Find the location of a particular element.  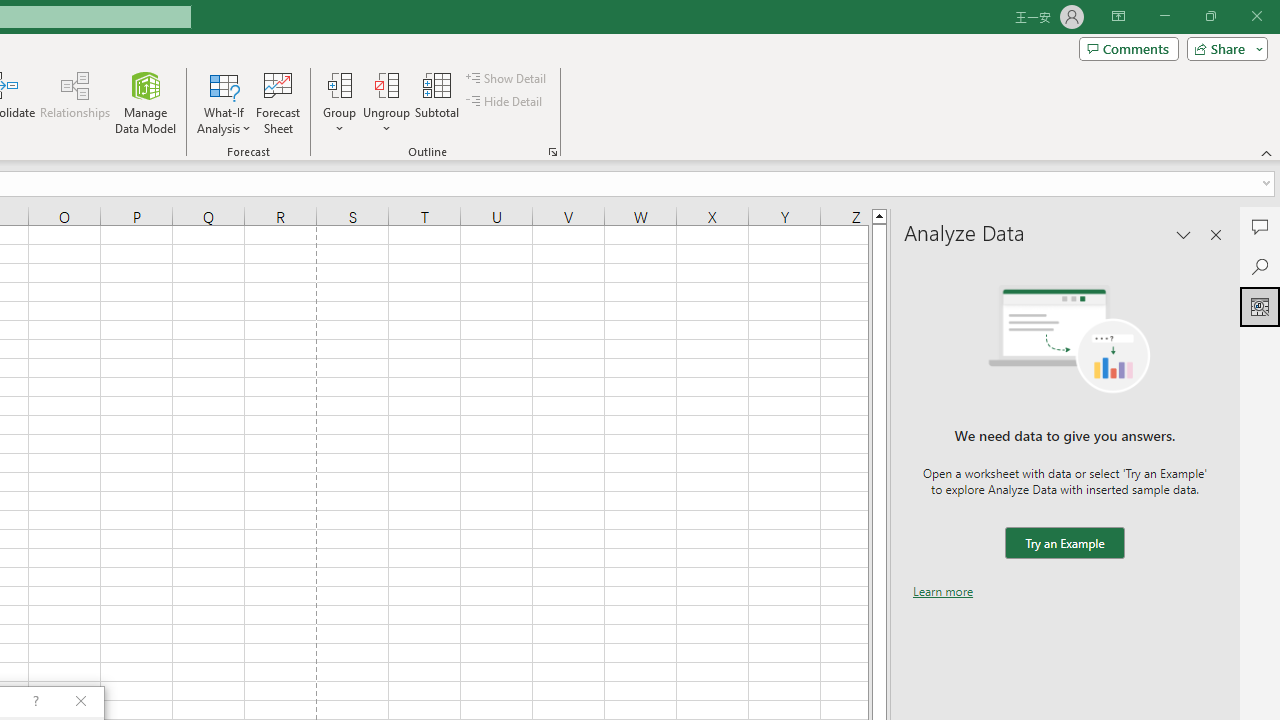

'Relationships' is located at coordinates (75, 103).